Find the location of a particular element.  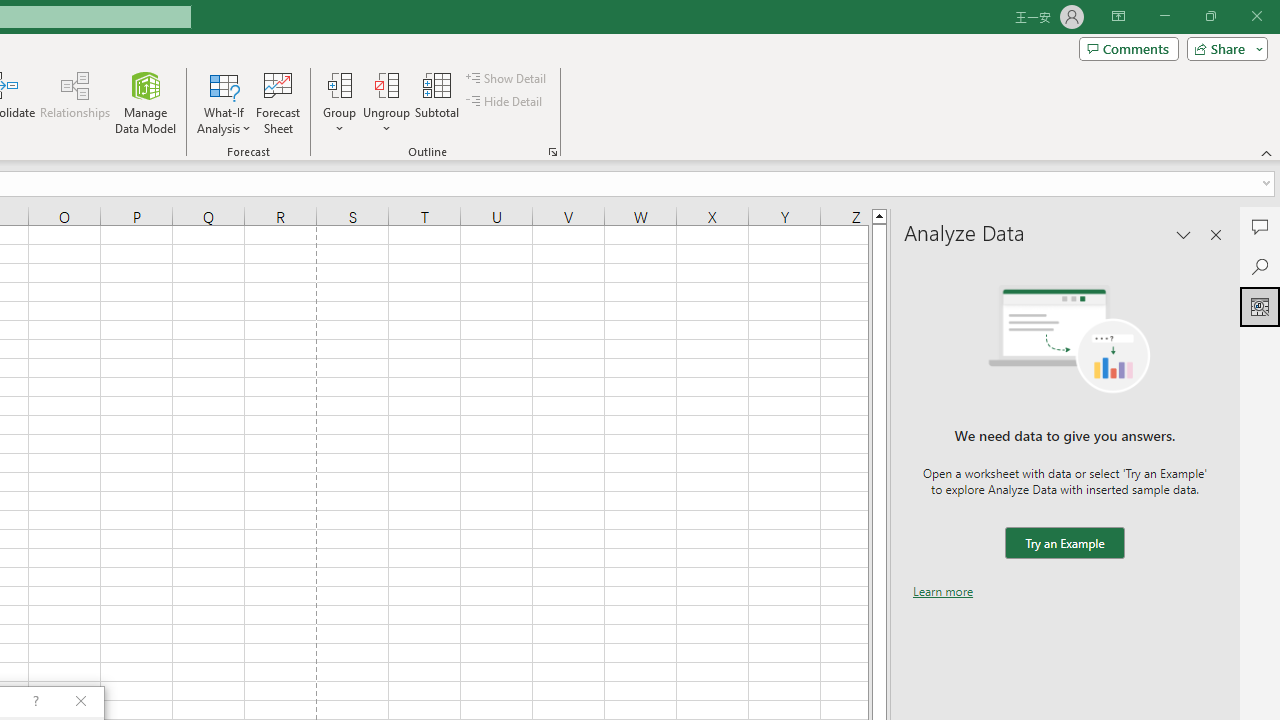

'Relationships' is located at coordinates (75, 103).